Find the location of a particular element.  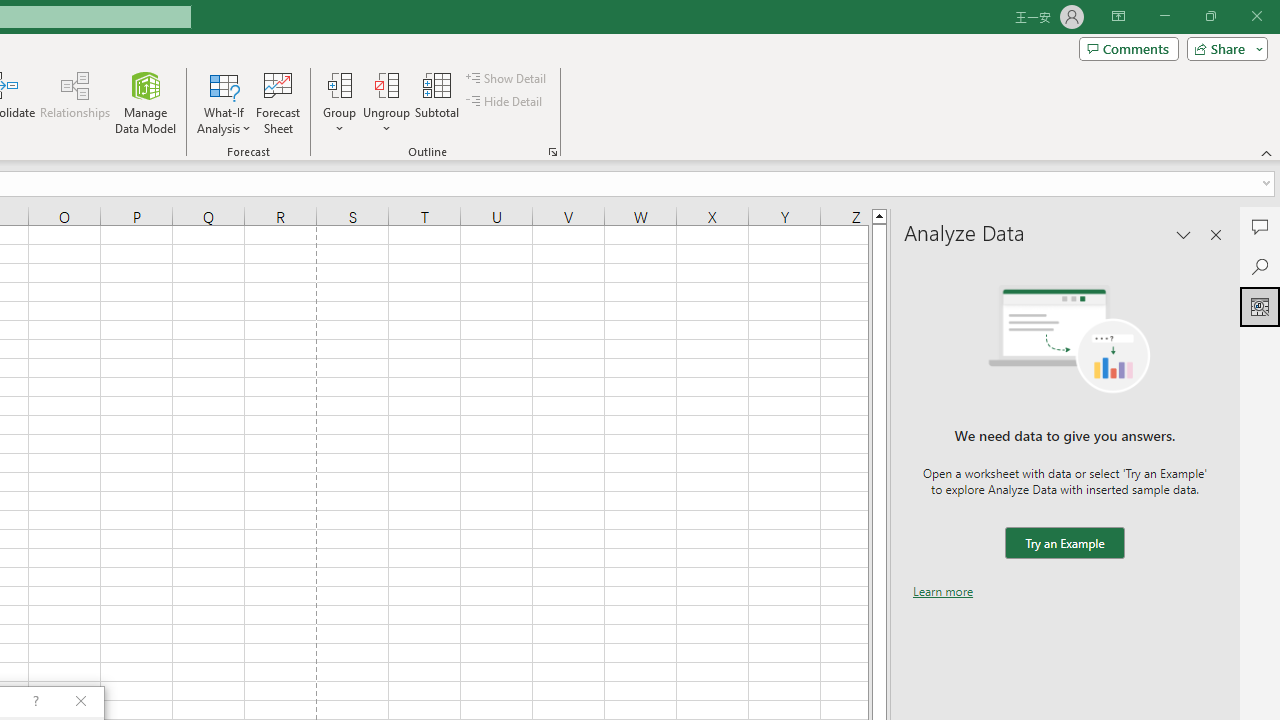

'Relationships' is located at coordinates (75, 103).